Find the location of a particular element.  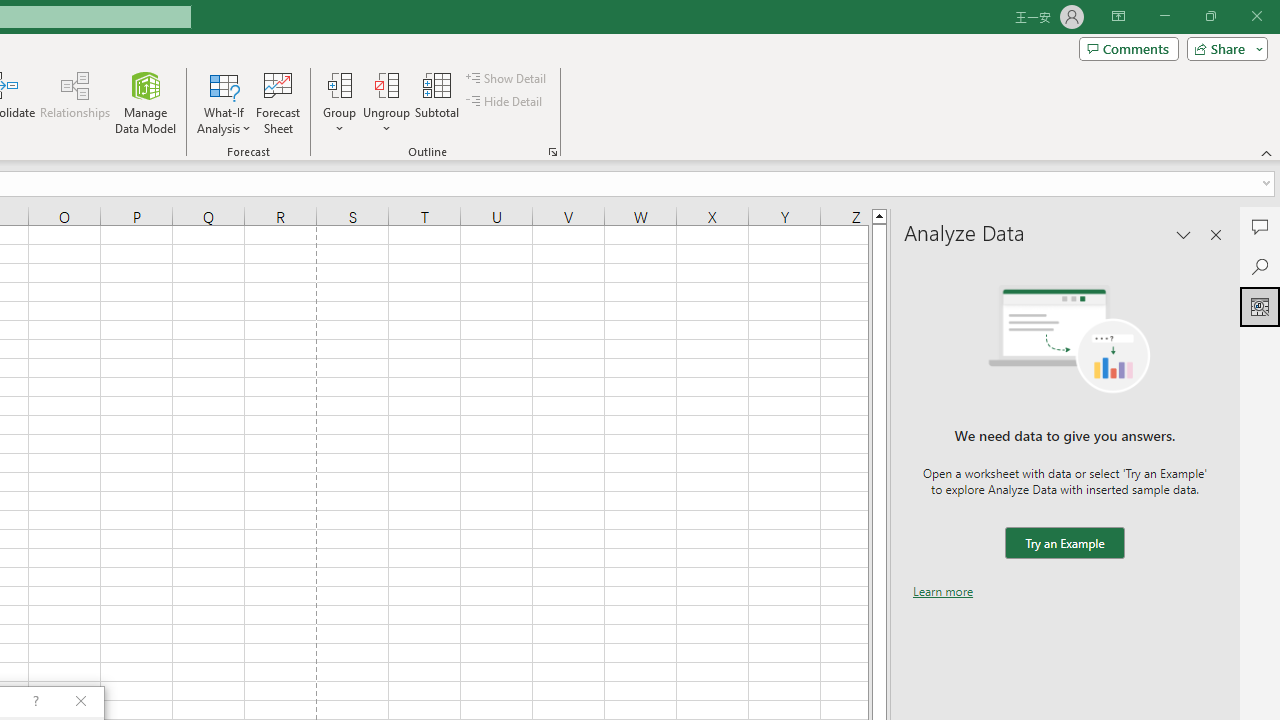

'Relationships' is located at coordinates (75, 103).